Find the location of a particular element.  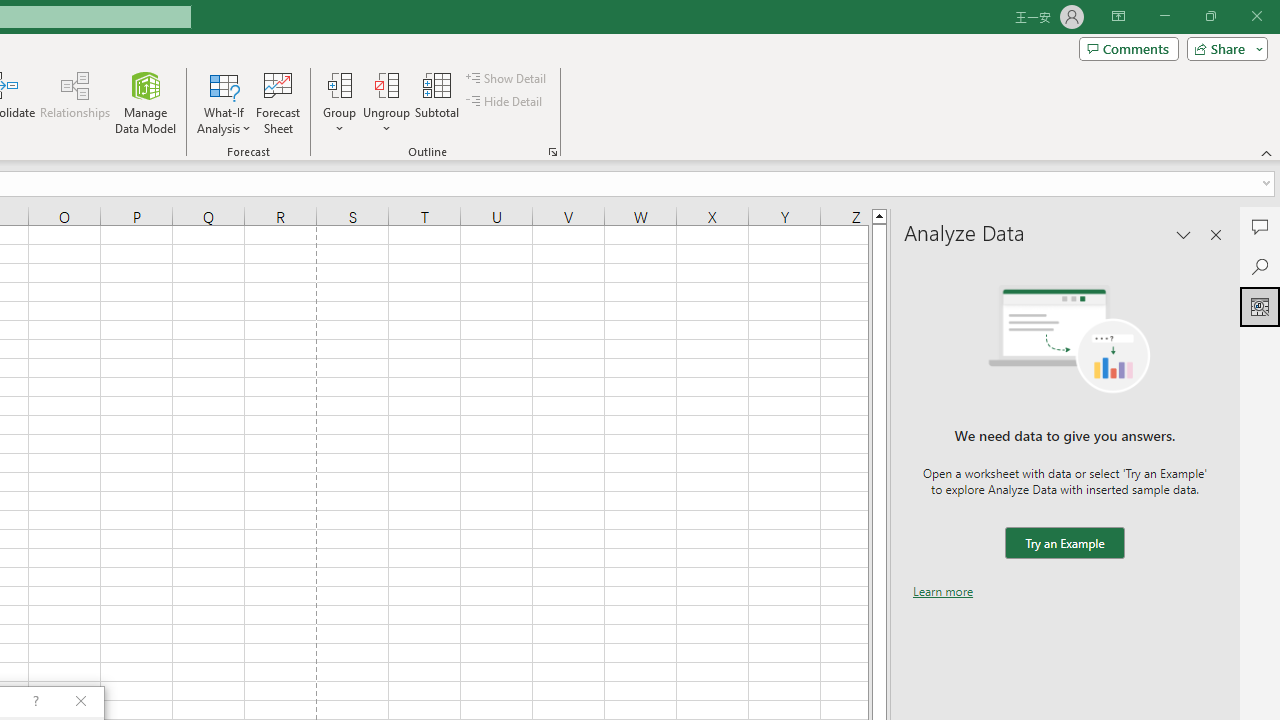

'Relationships' is located at coordinates (75, 103).